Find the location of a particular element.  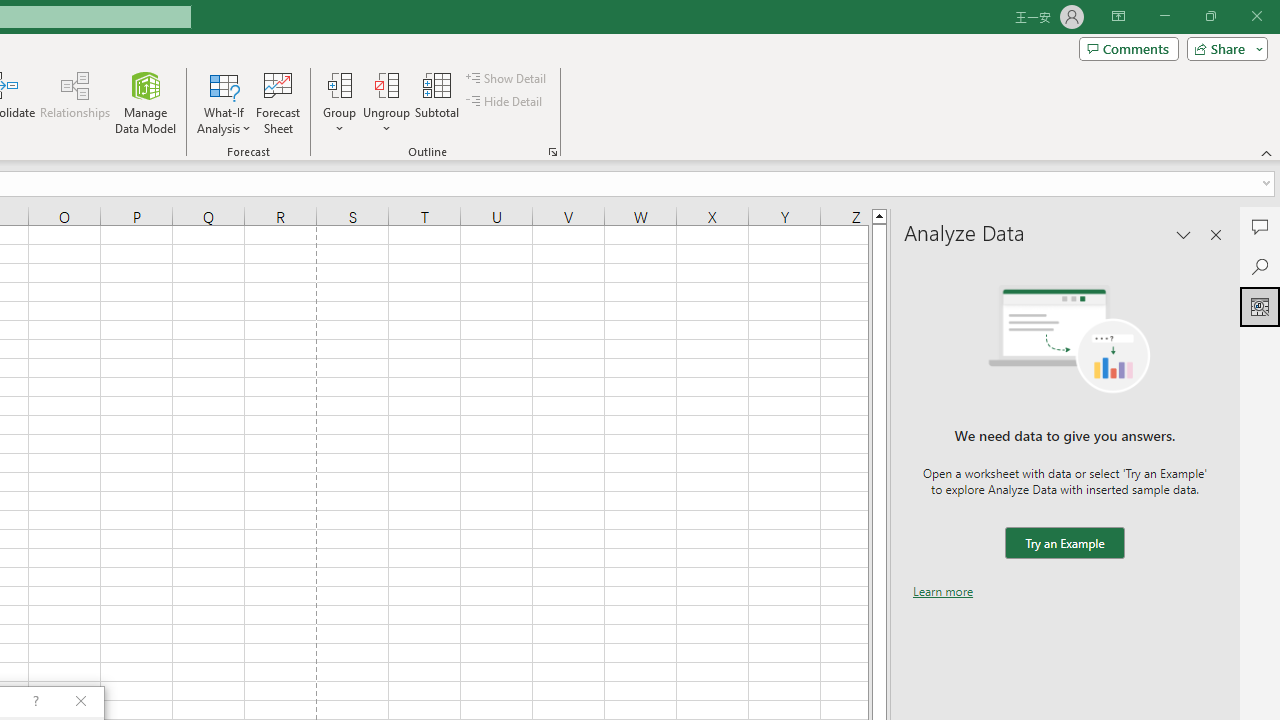

'Relationships' is located at coordinates (75, 103).